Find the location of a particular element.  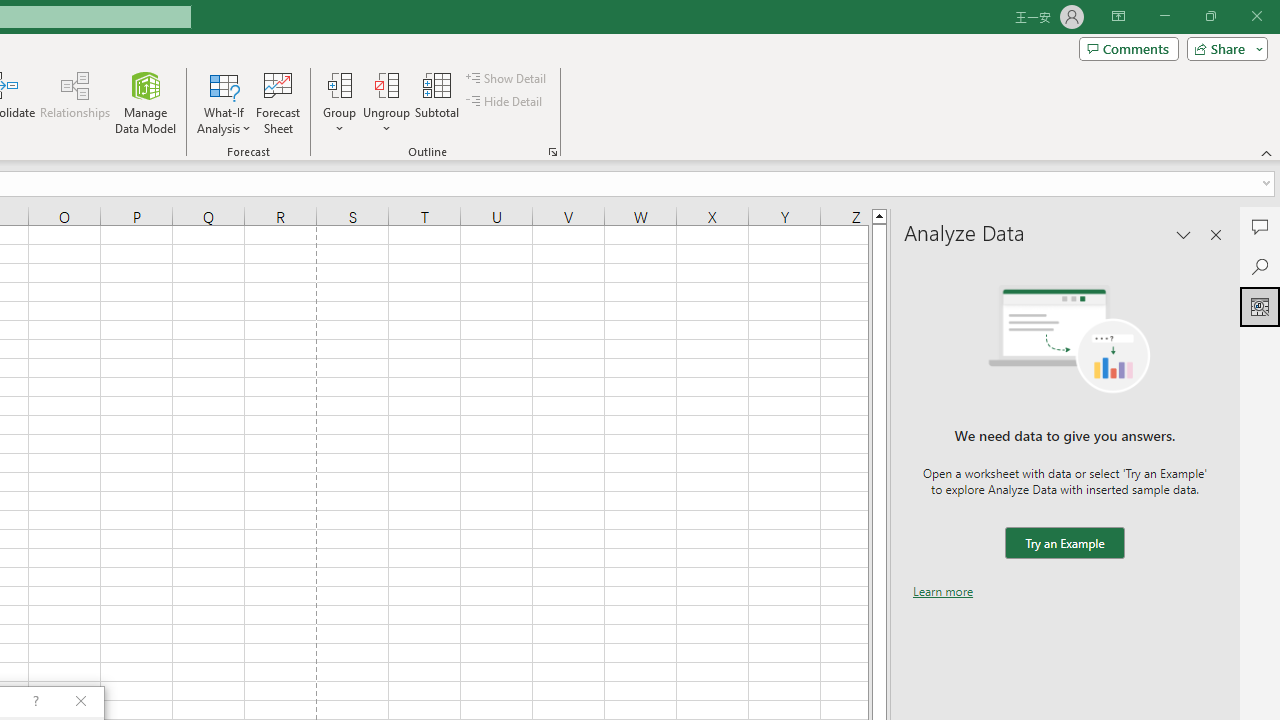

'Relationships' is located at coordinates (75, 103).